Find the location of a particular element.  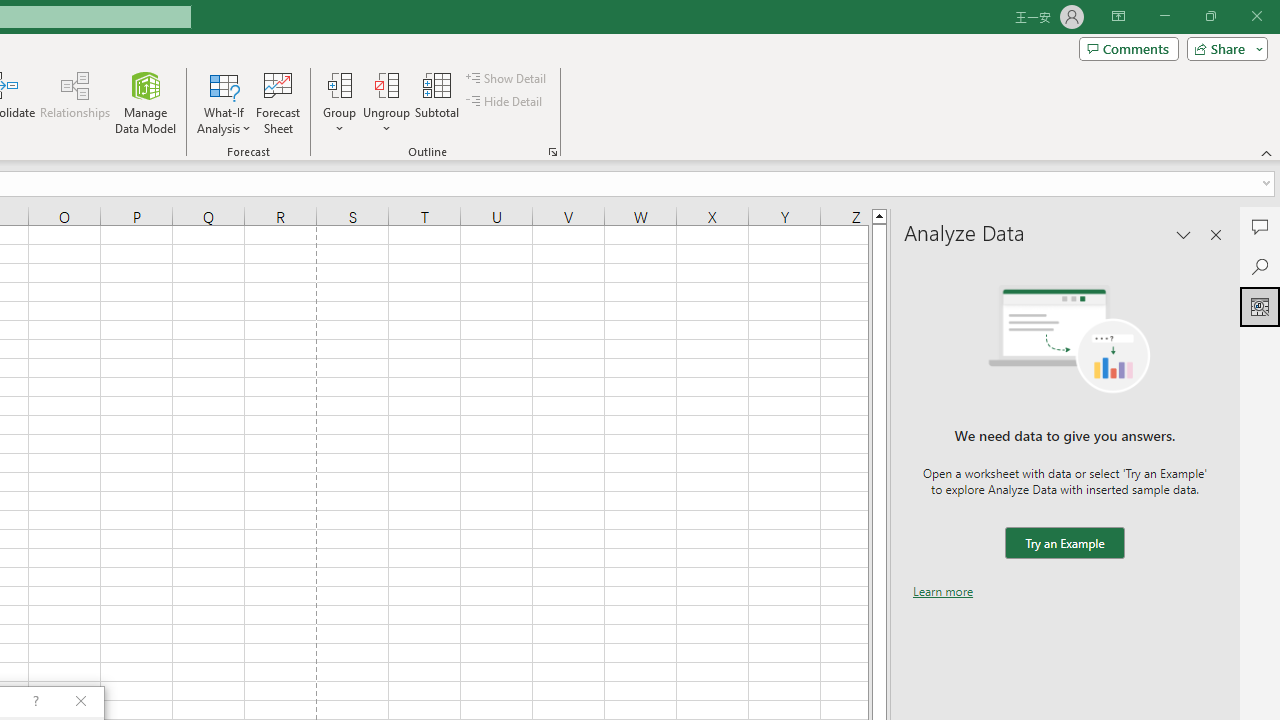

'Relationships' is located at coordinates (75, 103).